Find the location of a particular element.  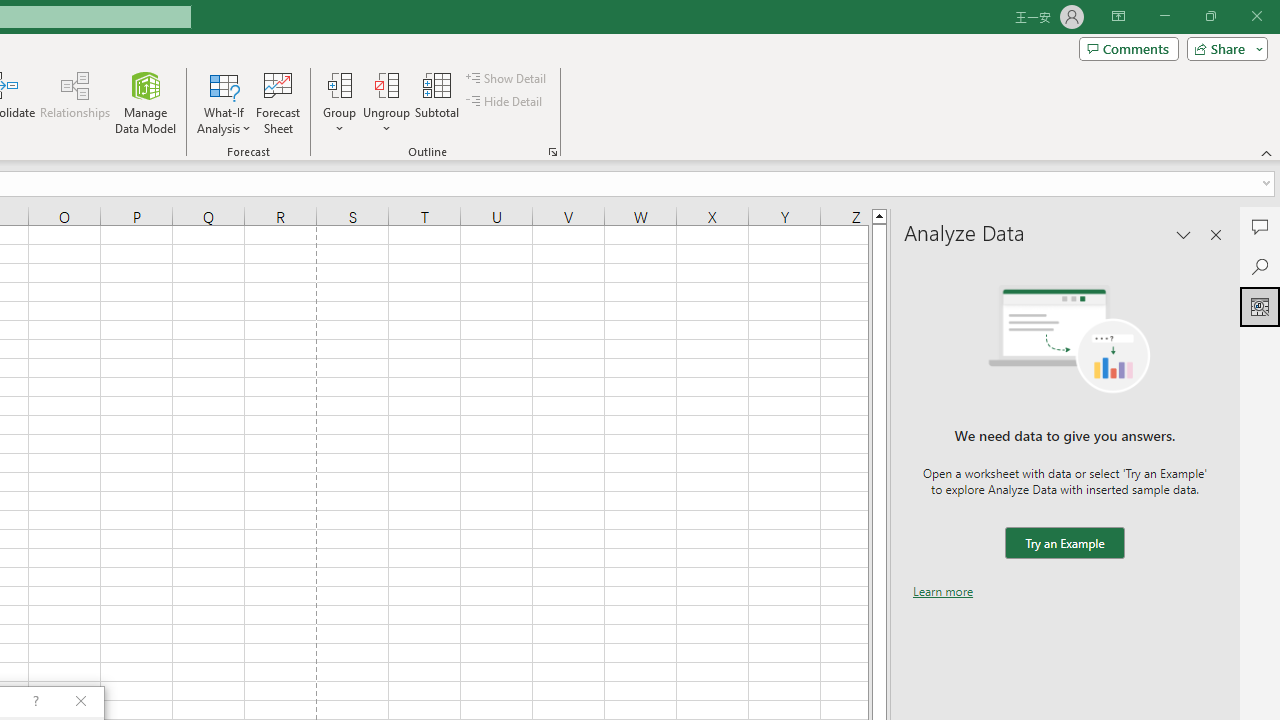

'Relationships' is located at coordinates (75, 103).